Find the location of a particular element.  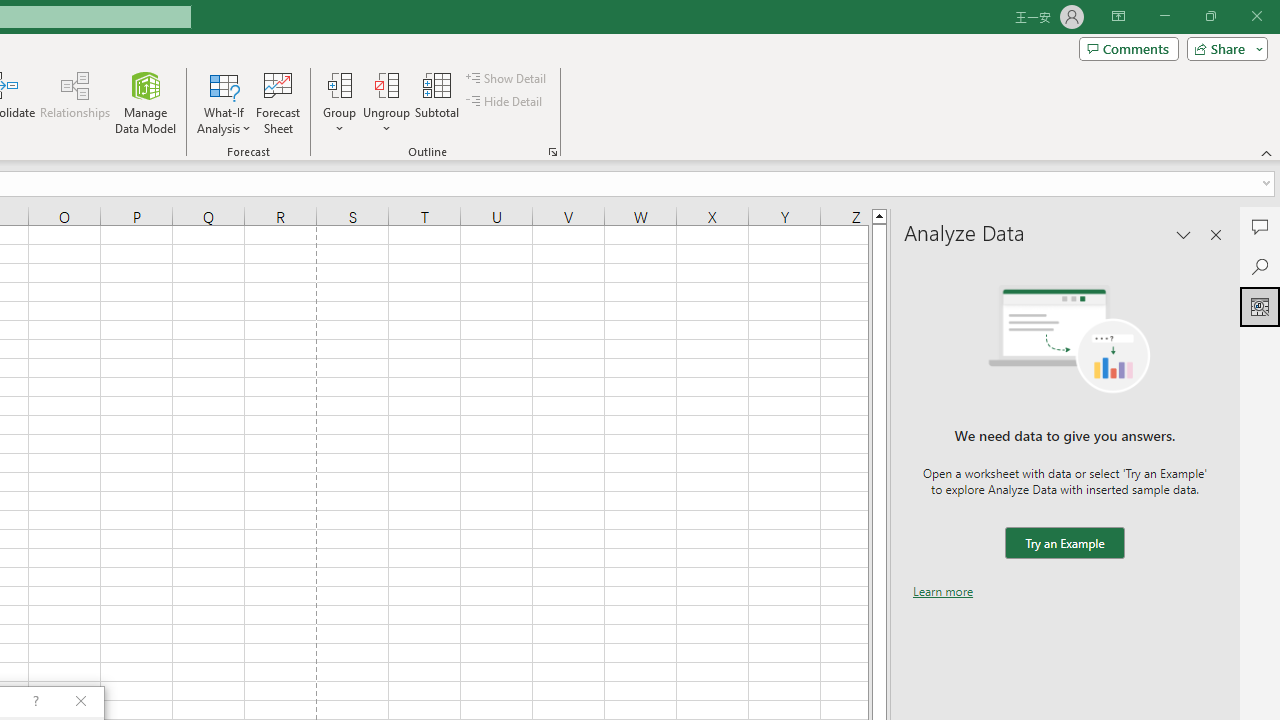

'Relationships' is located at coordinates (75, 103).